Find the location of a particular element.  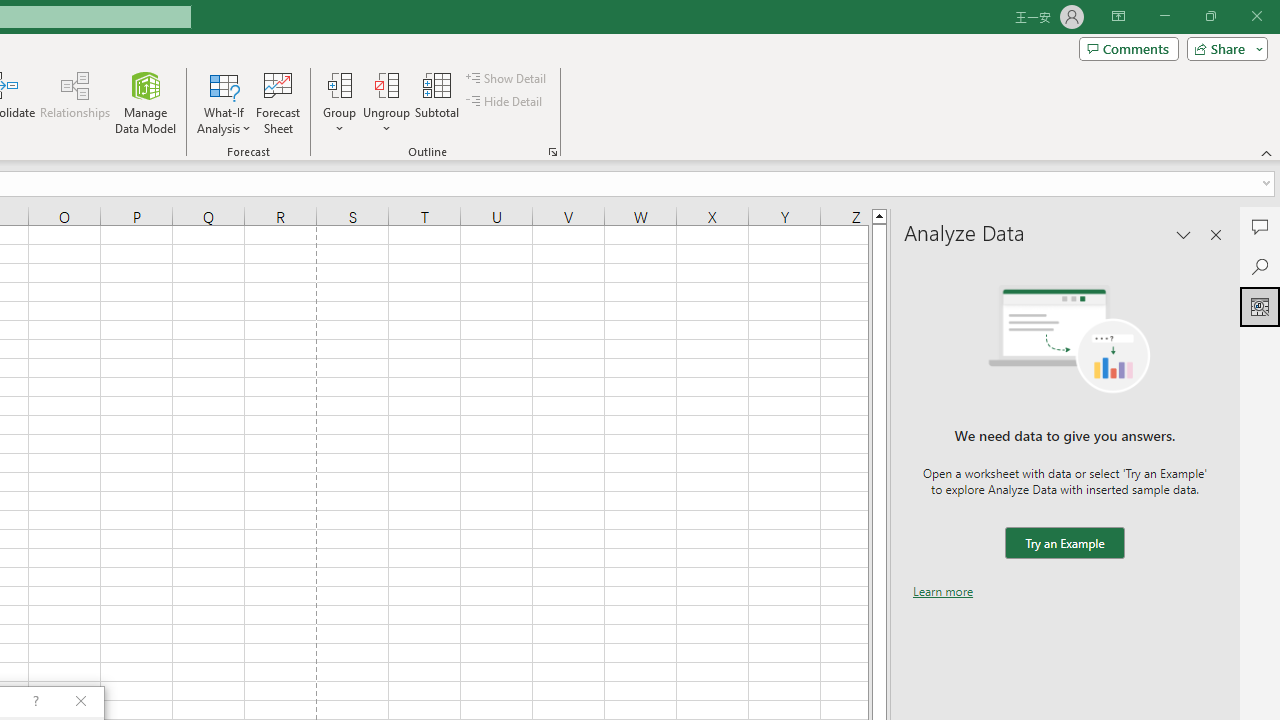

'Relationships' is located at coordinates (75, 103).